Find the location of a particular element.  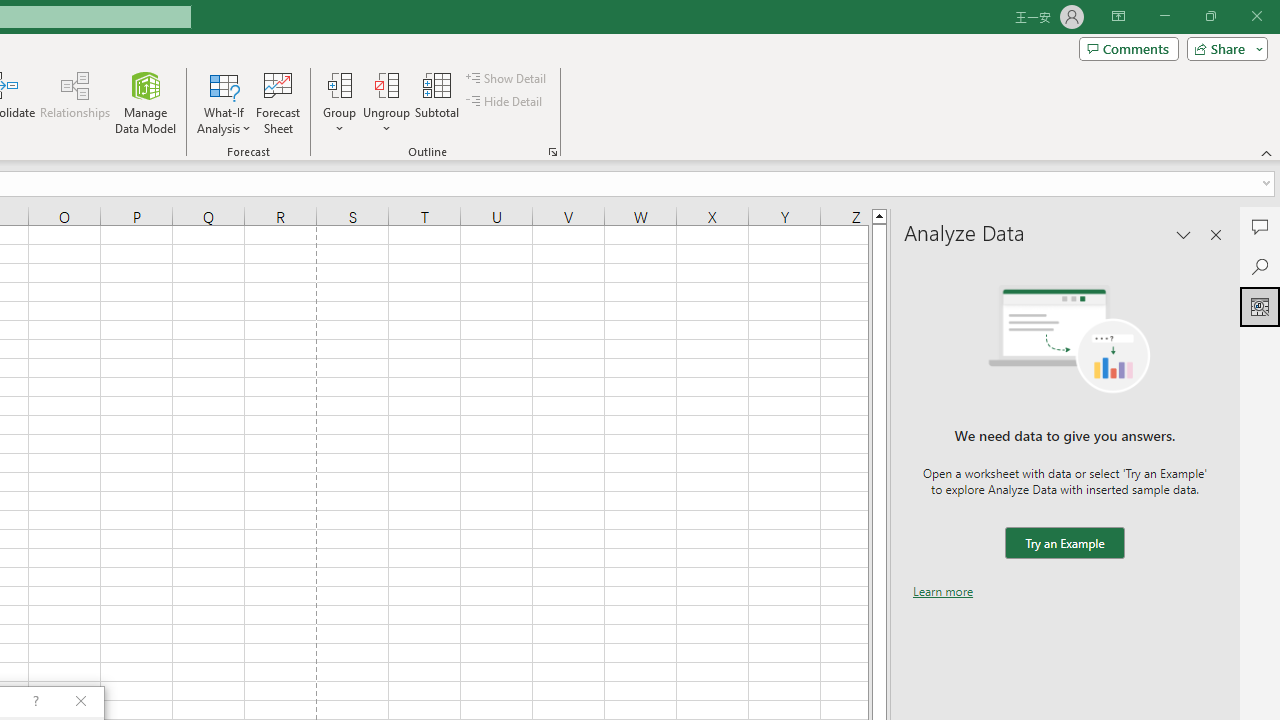

'Relationships' is located at coordinates (75, 103).